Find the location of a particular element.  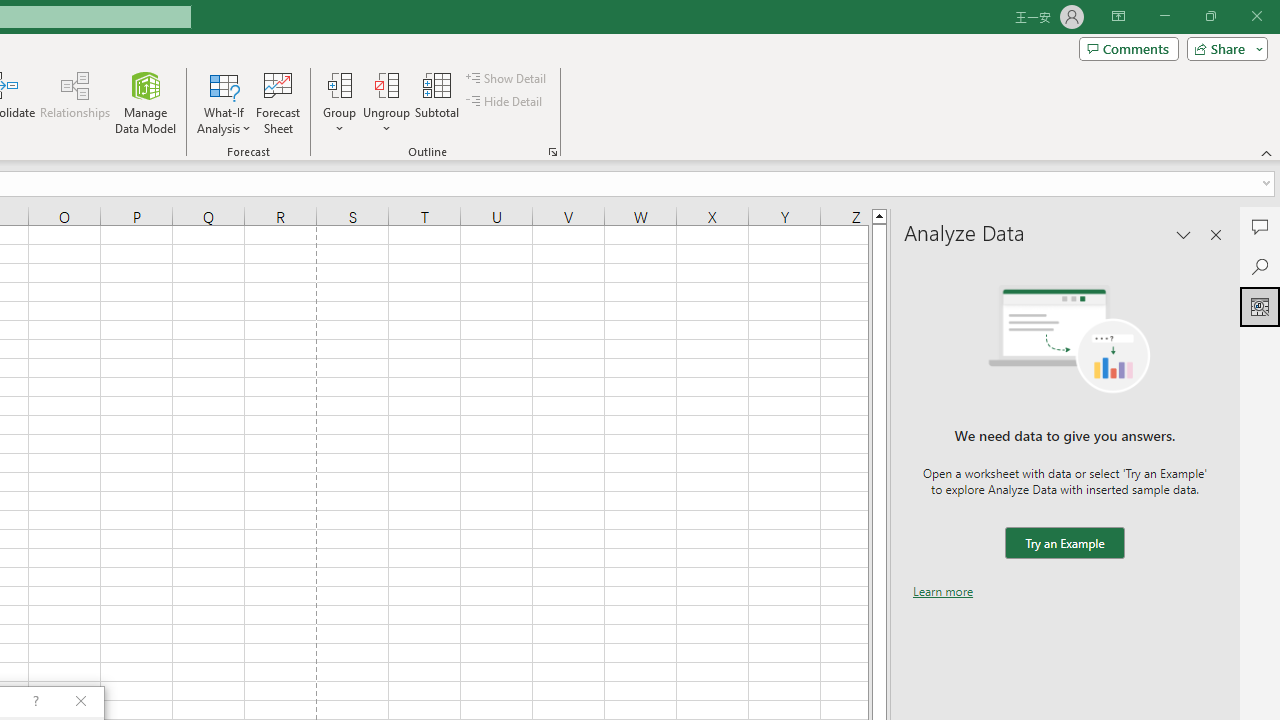

'Relationships' is located at coordinates (75, 103).